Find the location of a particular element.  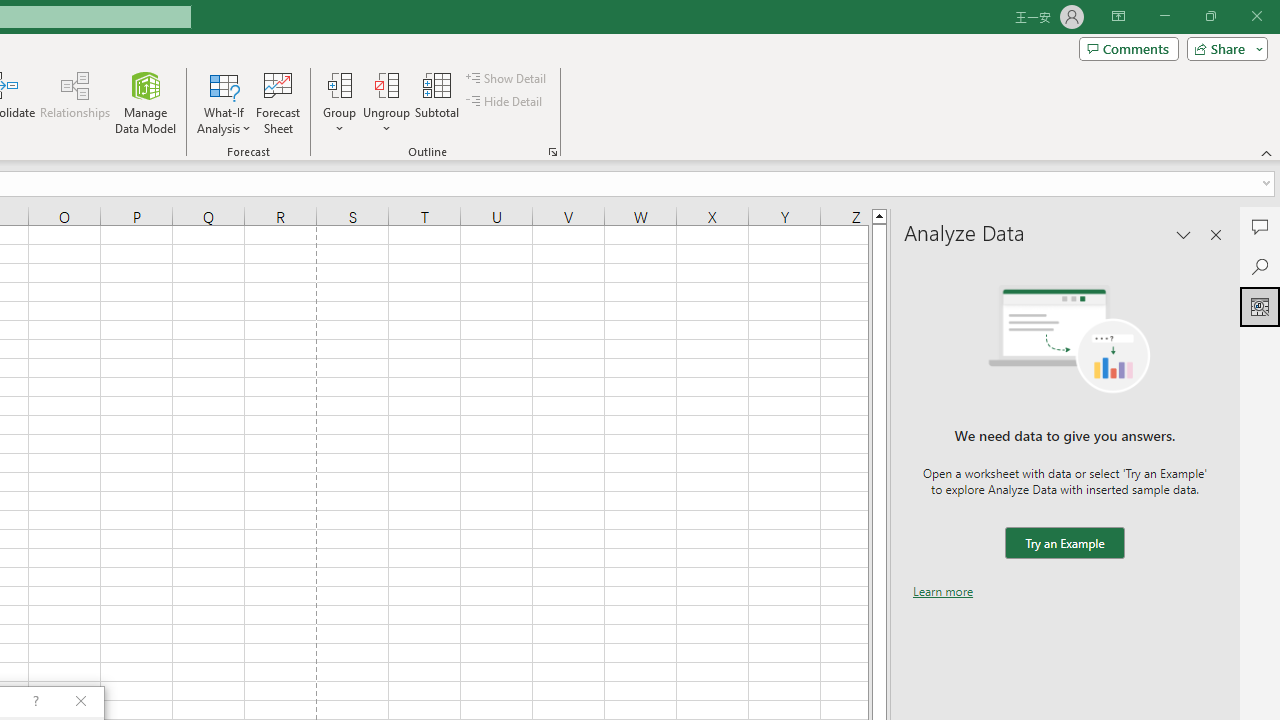

'Relationships' is located at coordinates (75, 103).